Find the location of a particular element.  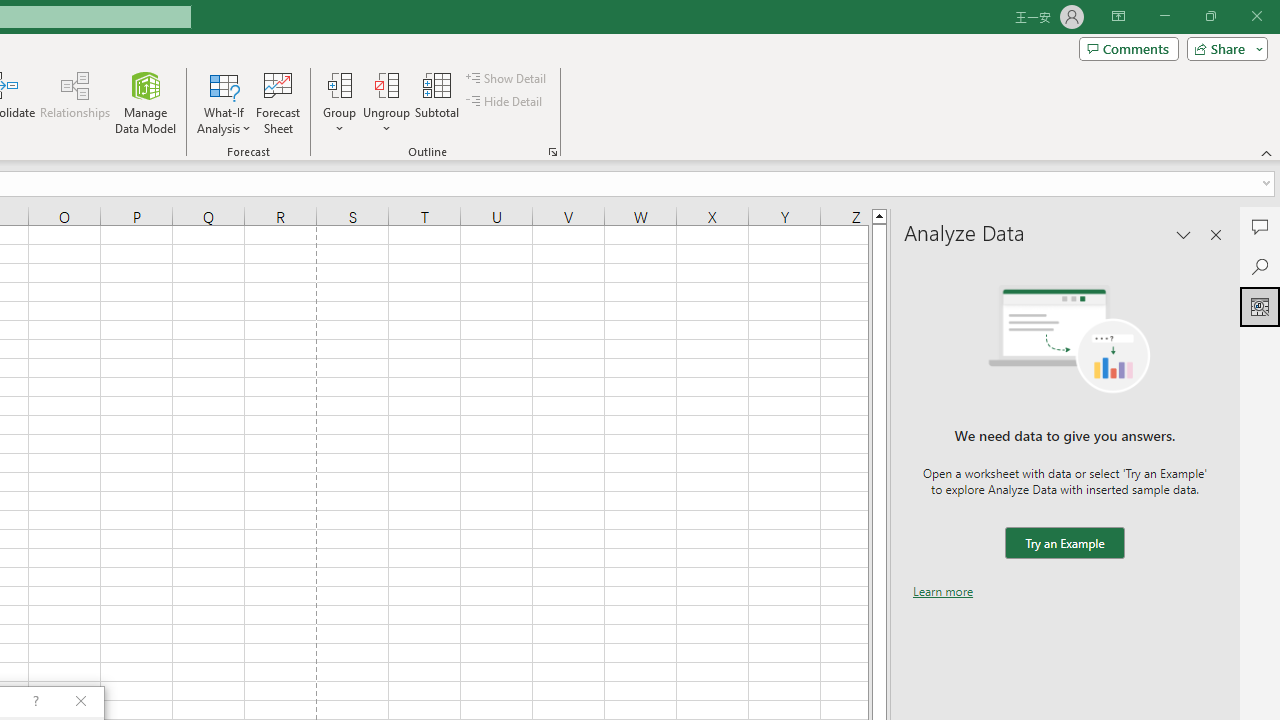

'Relationships' is located at coordinates (75, 103).